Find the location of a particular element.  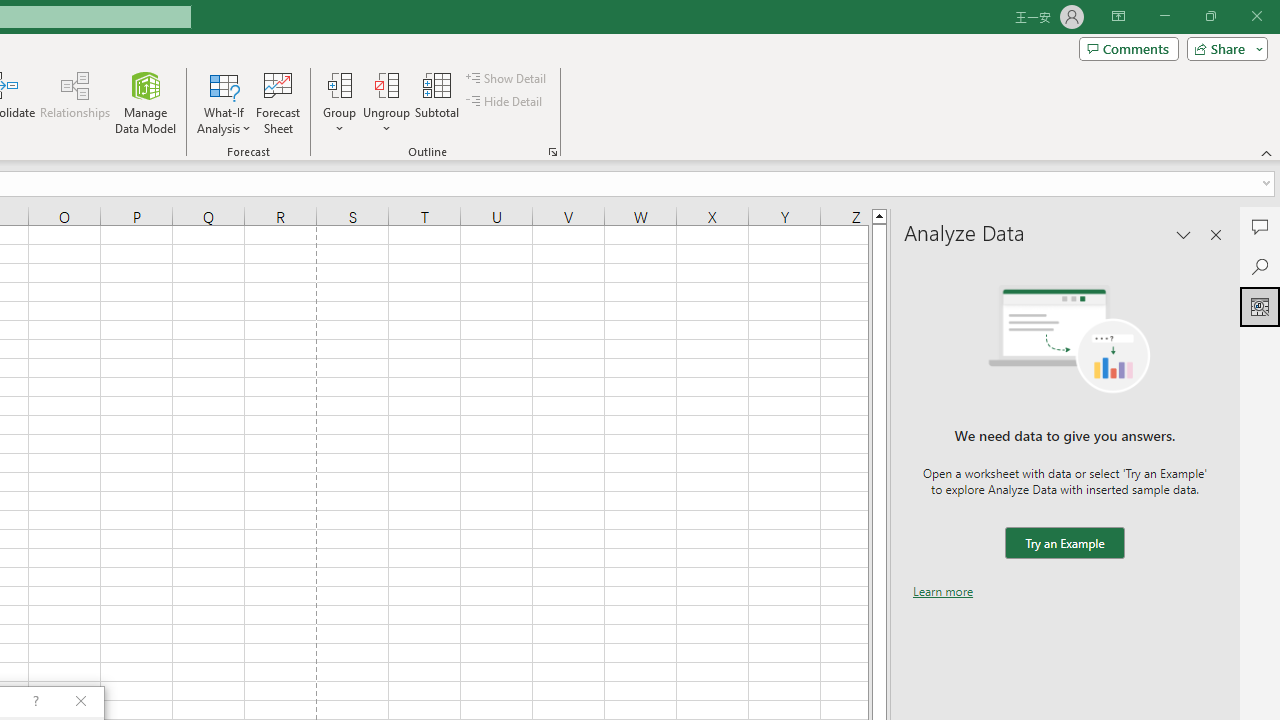

'Relationships' is located at coordinates (75, 103).